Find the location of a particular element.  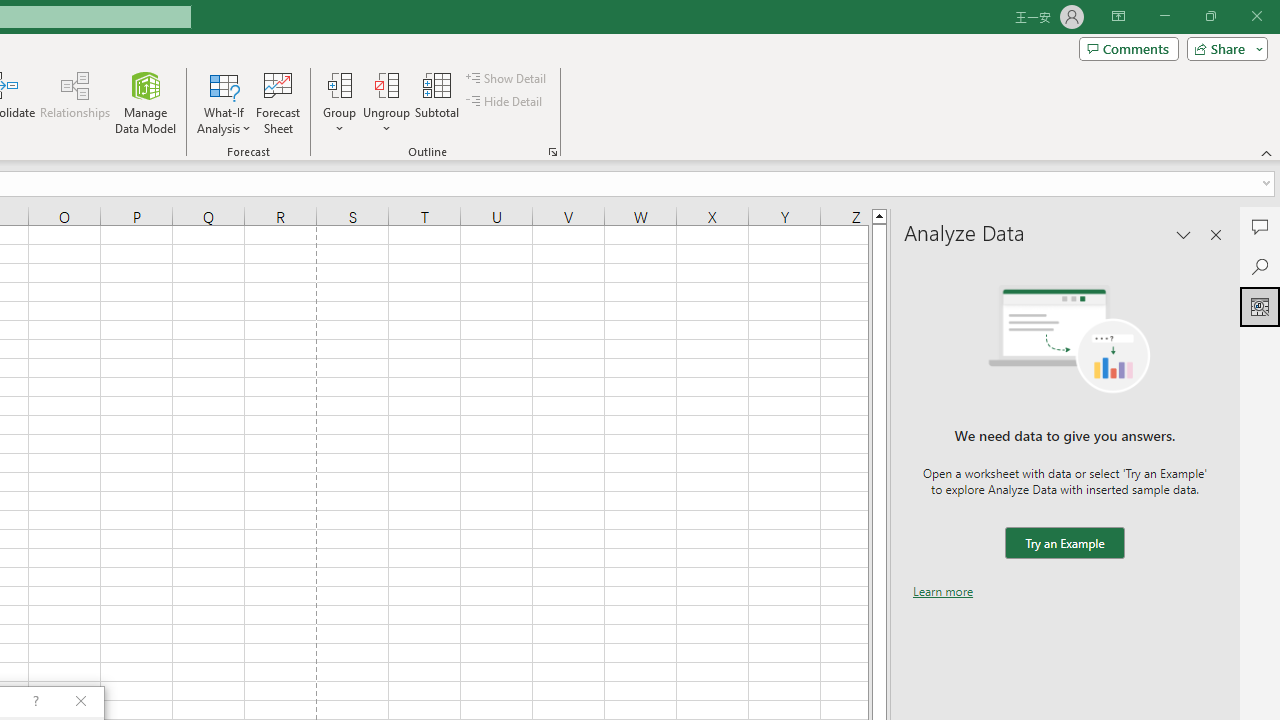

'Relationships' is located at coordinates (75, 103).